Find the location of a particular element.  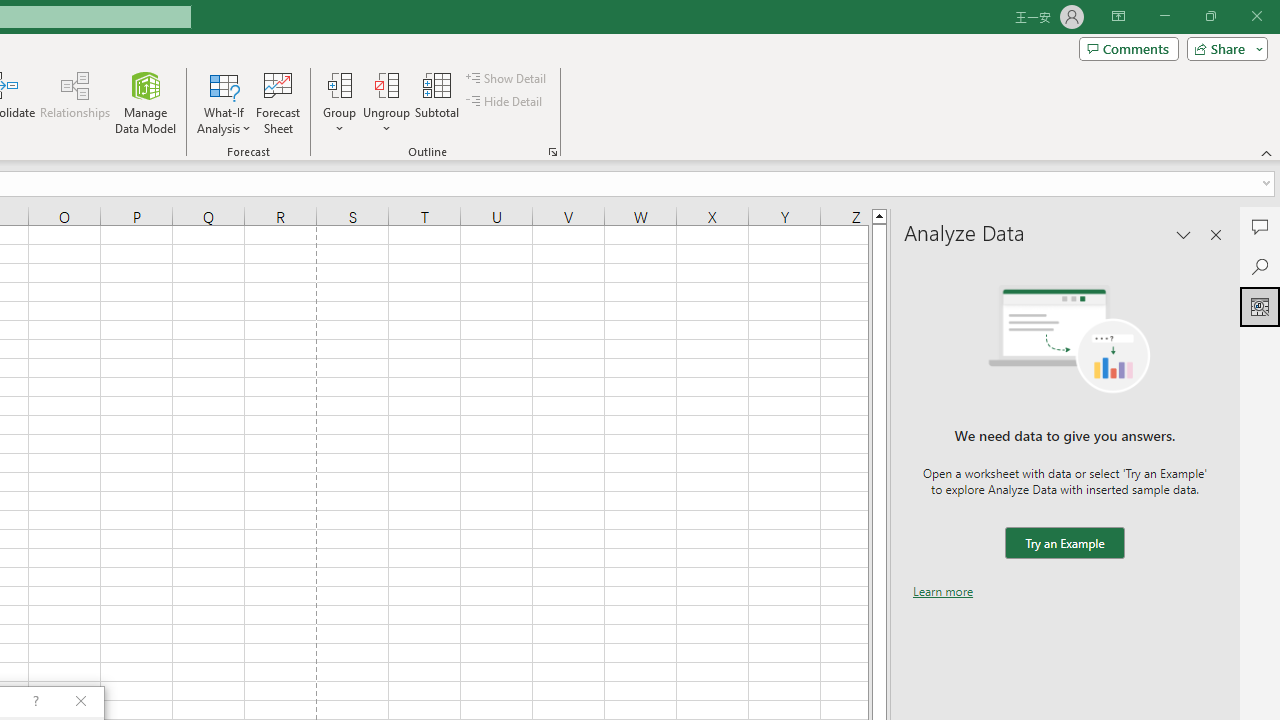

'Relationships' is located at coordinates (75, 103).